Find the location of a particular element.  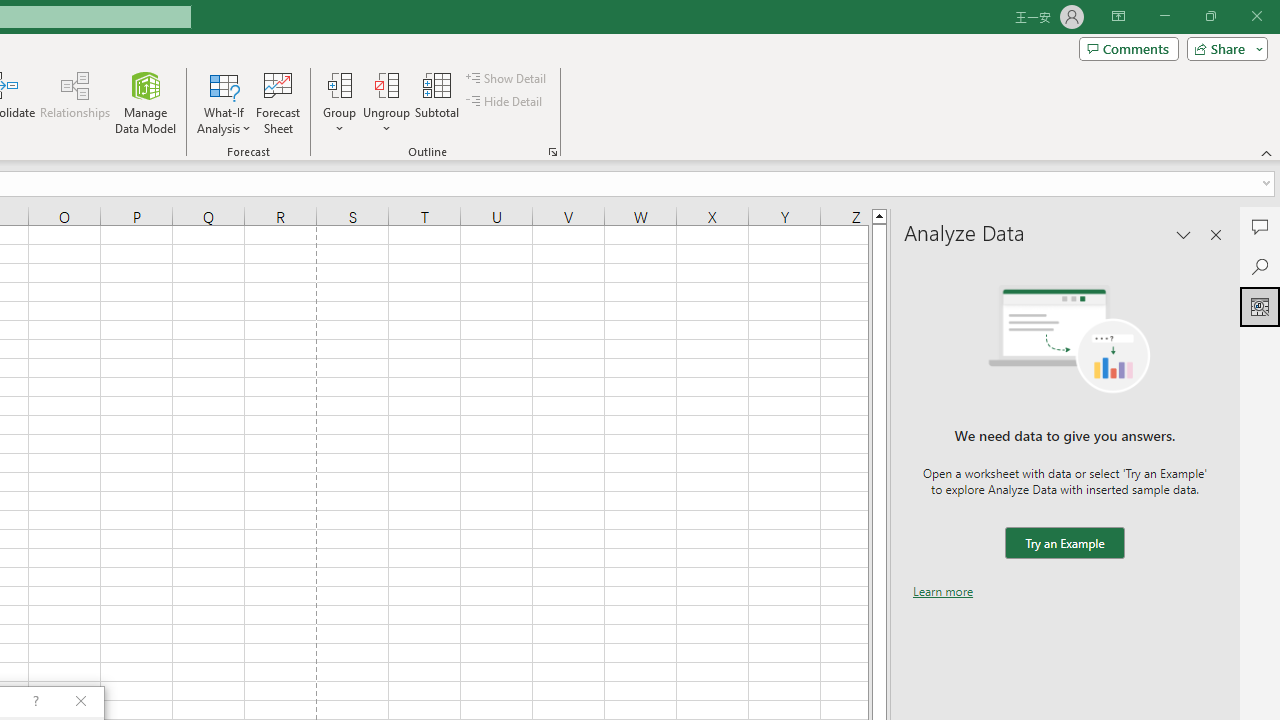

'Relationships' is located at coordinates (75, 103).